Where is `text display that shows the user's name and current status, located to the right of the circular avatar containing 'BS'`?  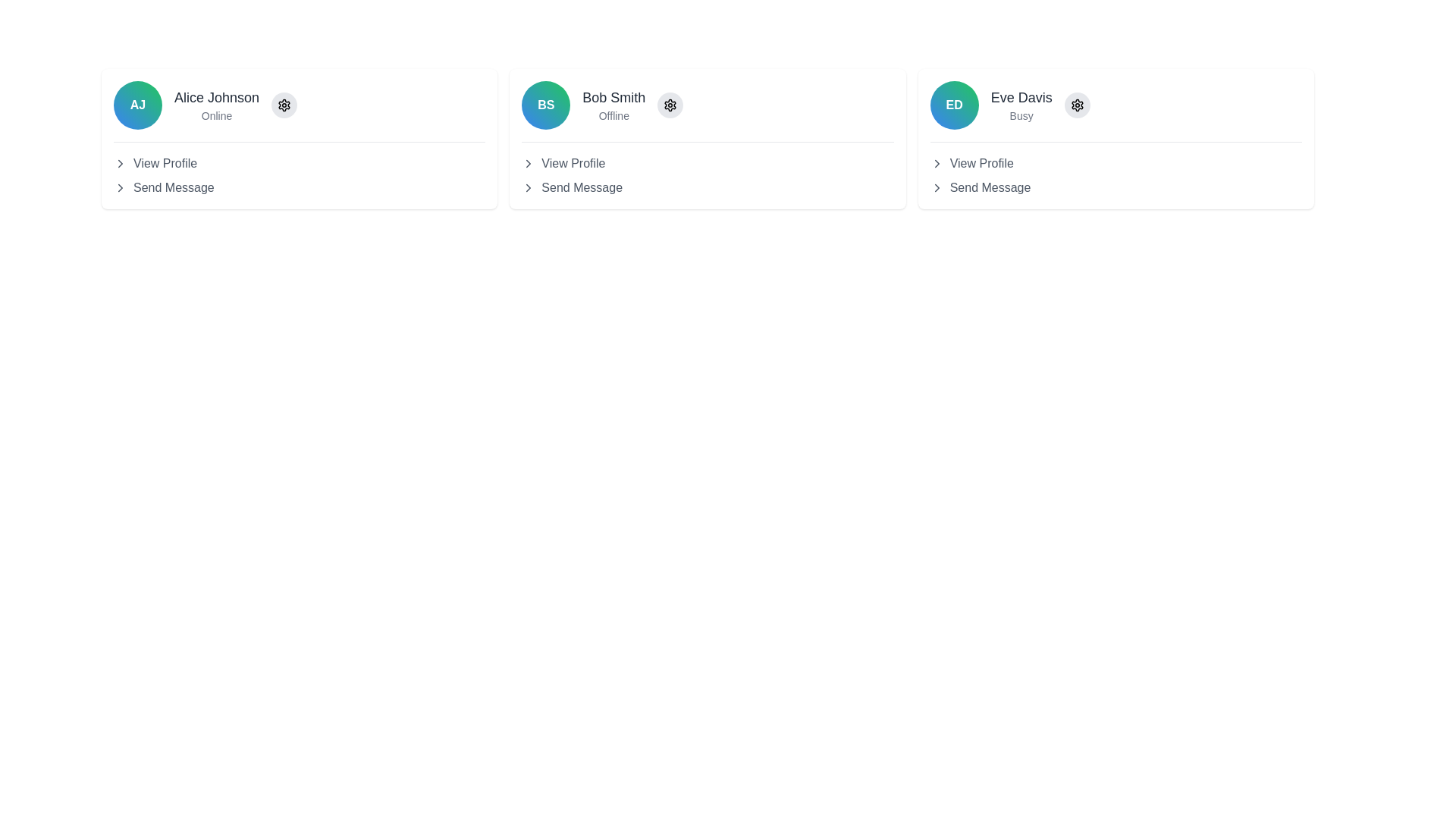
text display that shows the user's name and current status, located to the right of the circular avatar containing 'BS' is located at coordinates (613, 104).